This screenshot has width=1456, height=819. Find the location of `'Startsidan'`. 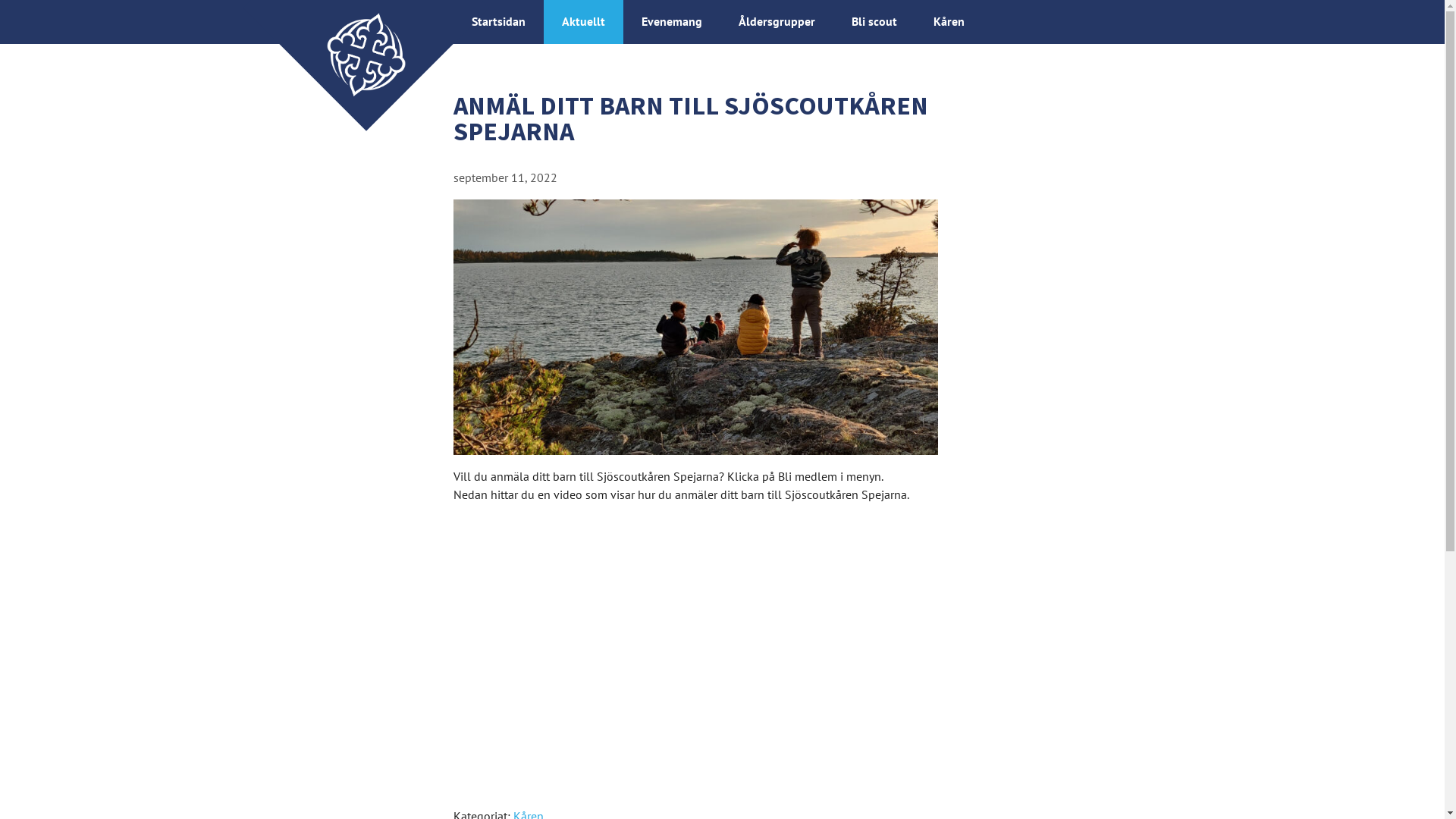

'Startsidan' is located at coordinates (471, 20).